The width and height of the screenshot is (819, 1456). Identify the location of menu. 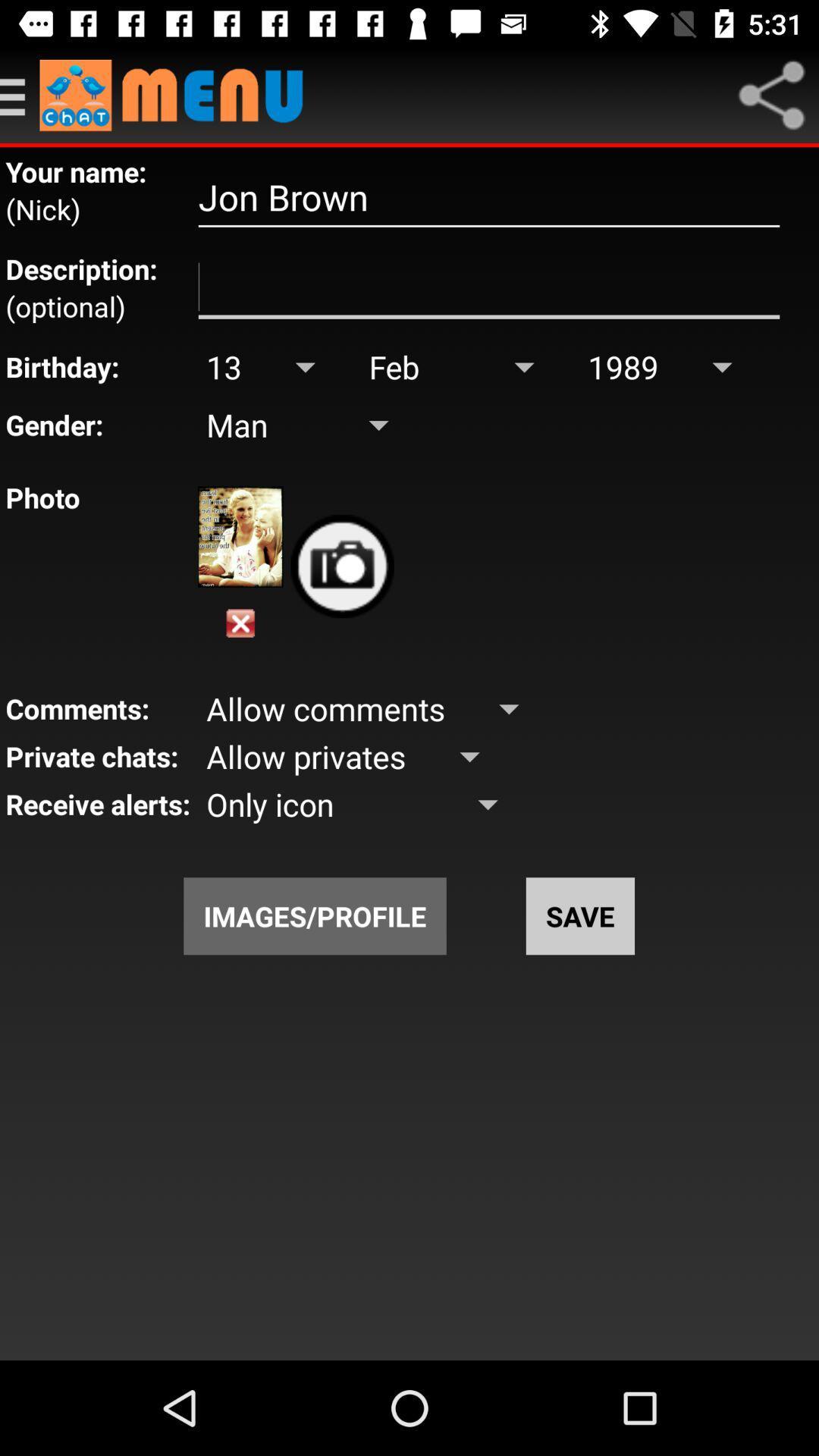
(20, 94).